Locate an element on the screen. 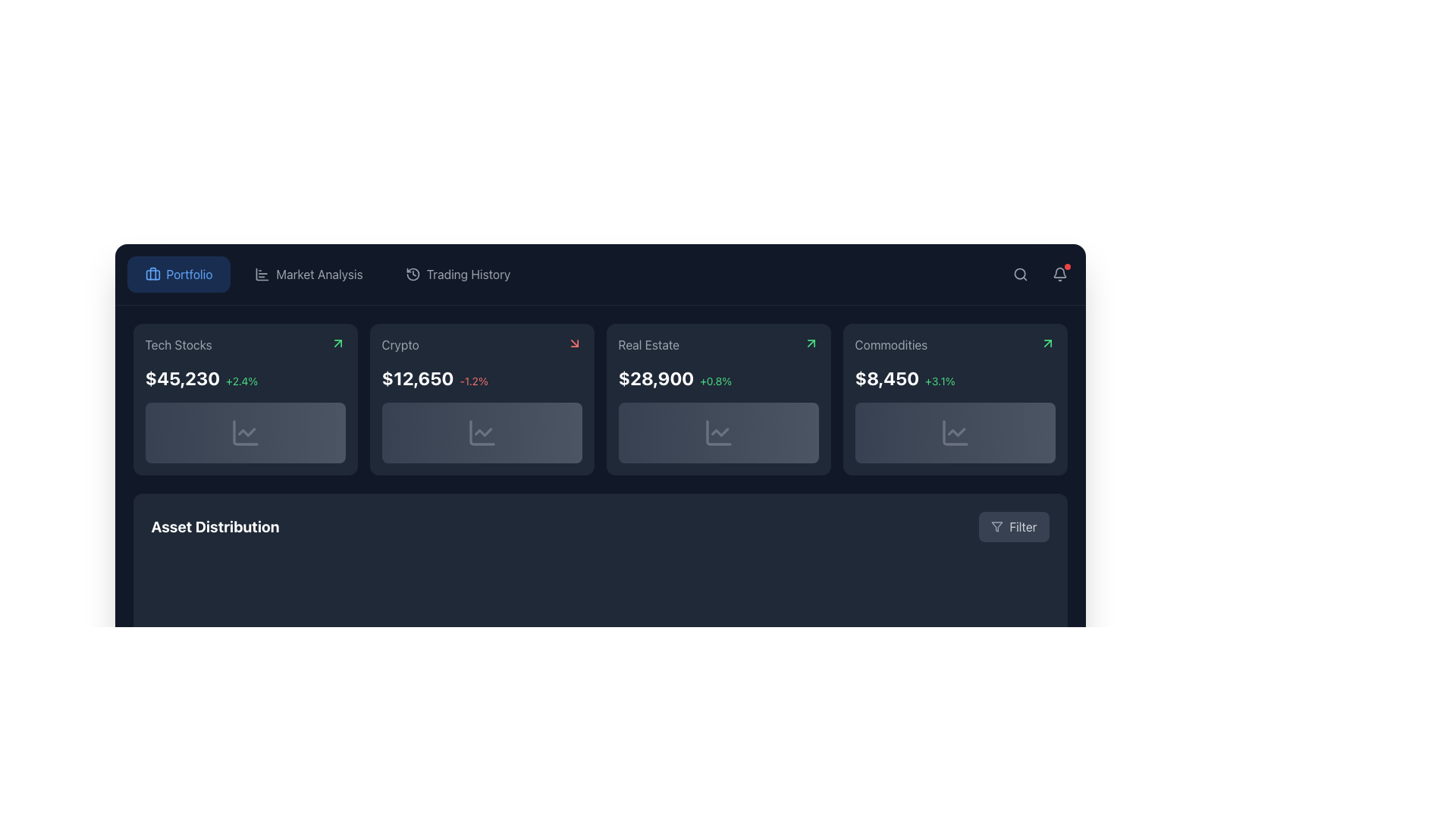 Image resolution: width=1456 pixels, height=819 pixels. percentage increase value displayed in the Text label located to the right of the '$8,450' text within the 'Commodities' card is located at coordinates (939, 380).